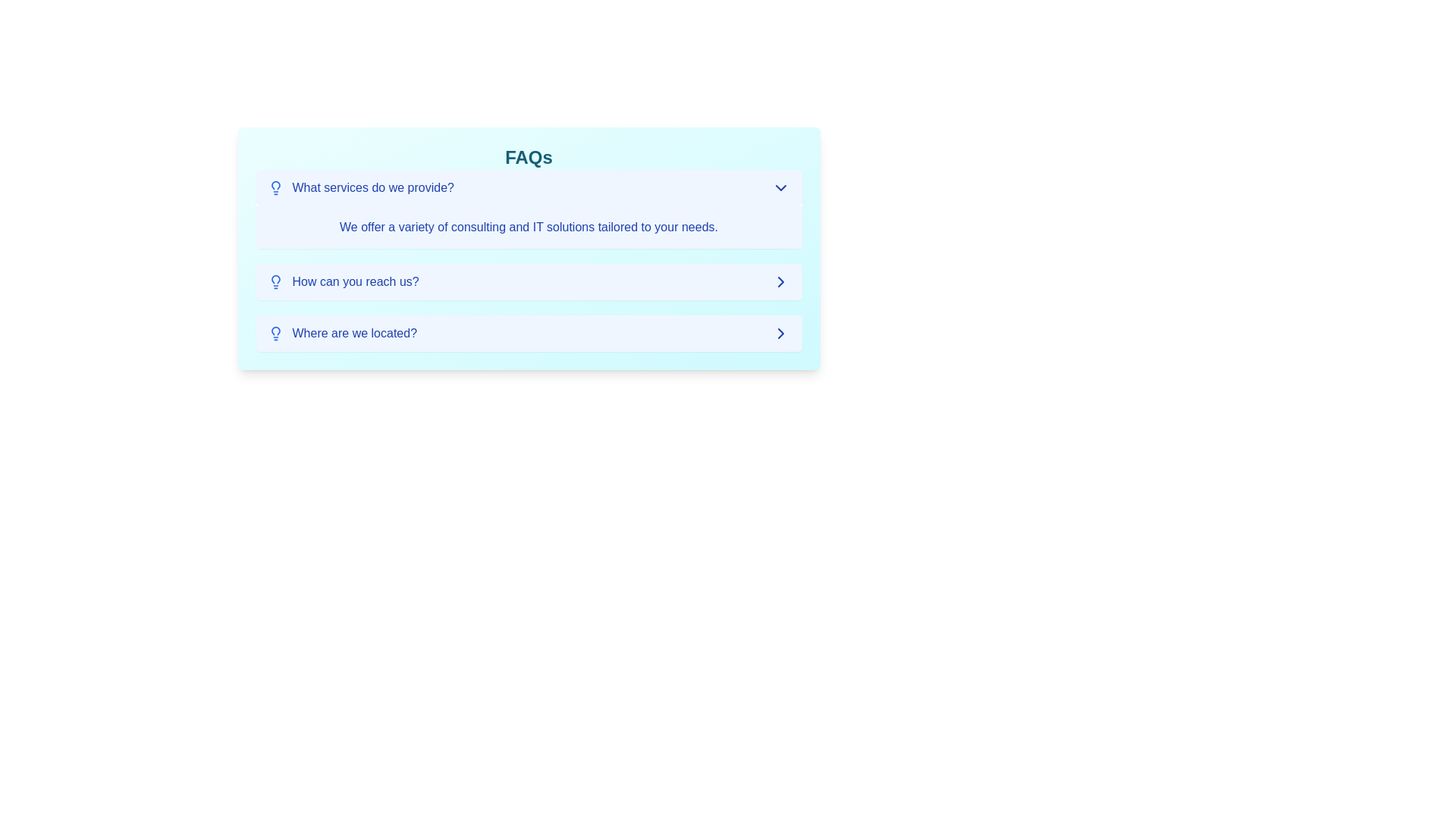 The height and width of the screenshot is (819, 1456). What do you see at coordinates (275, 187) in the screenshot?
I see `the blue lightbulb icon located in the FAQs section, next to the 'What services do we provide?' text label` at bounding box center [275, 187].